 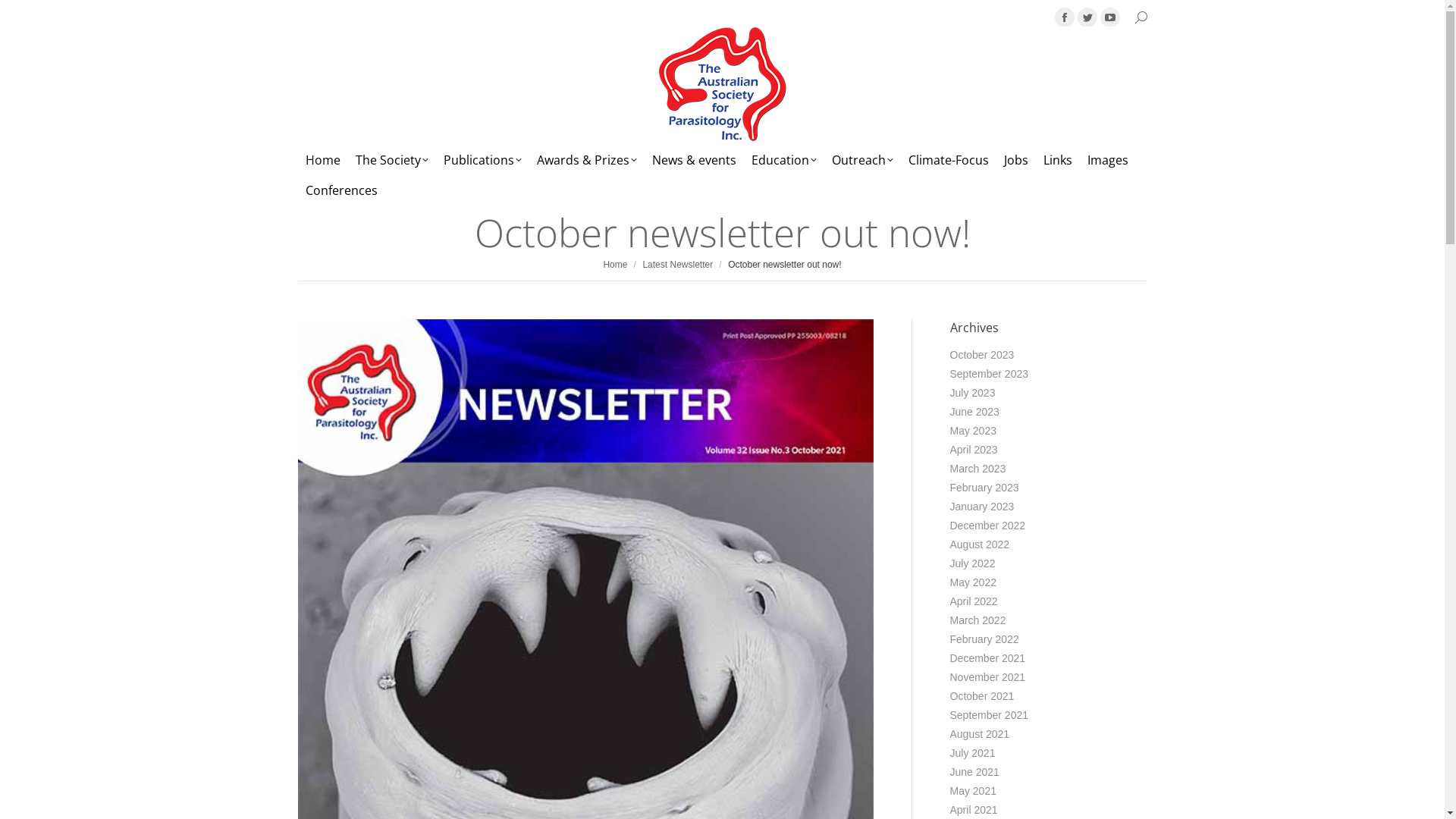 I want to click on 'June 2021', so click(x=974, y=772).